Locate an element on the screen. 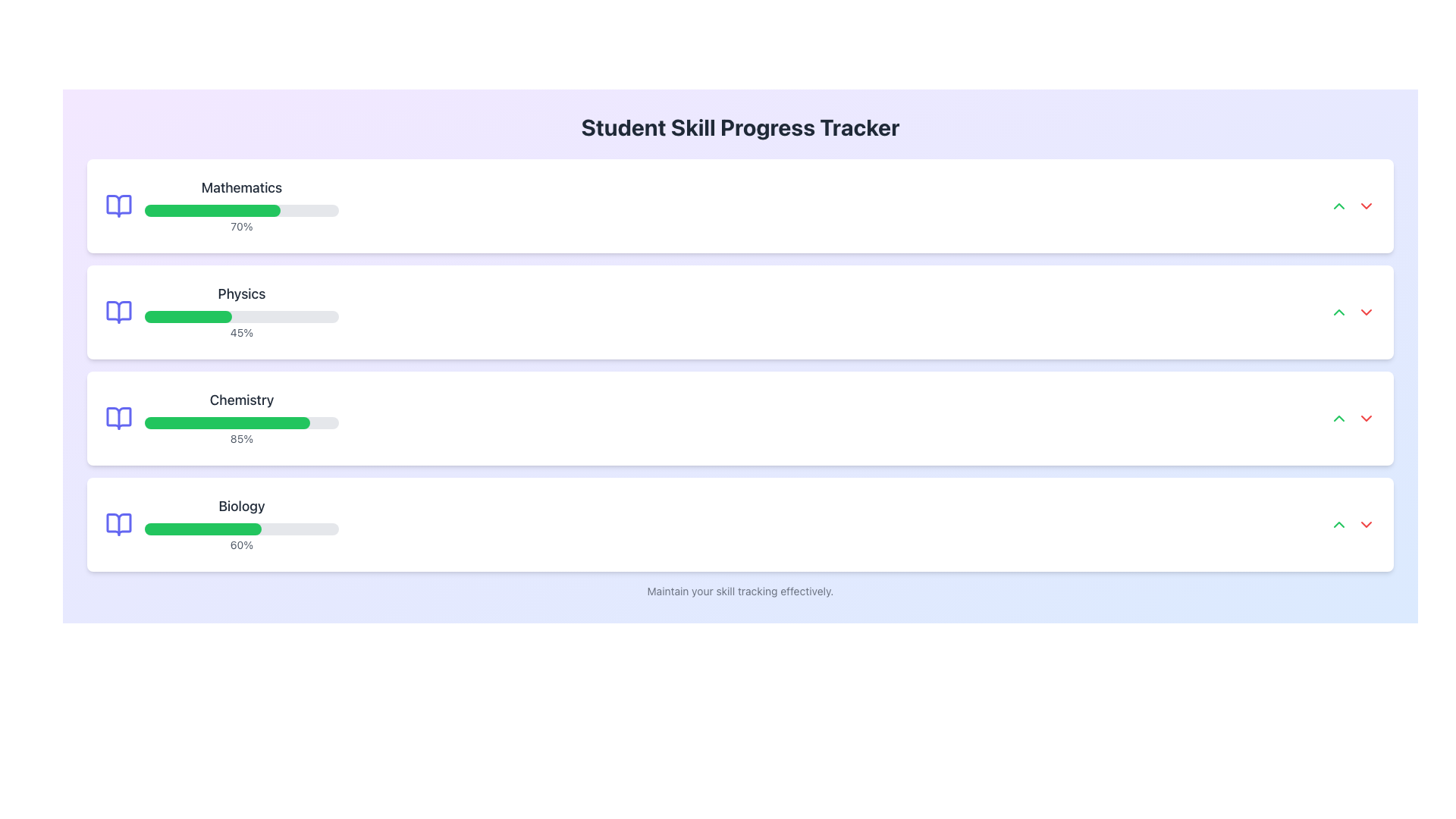 The width and height of the screenshot is (1456, 819). the progress percentage of the 'Physics' skill, which is displayed in a compound component with a text label and a progress bar, located in the second row of skill progress indicators is located at coordinates (221, 312).